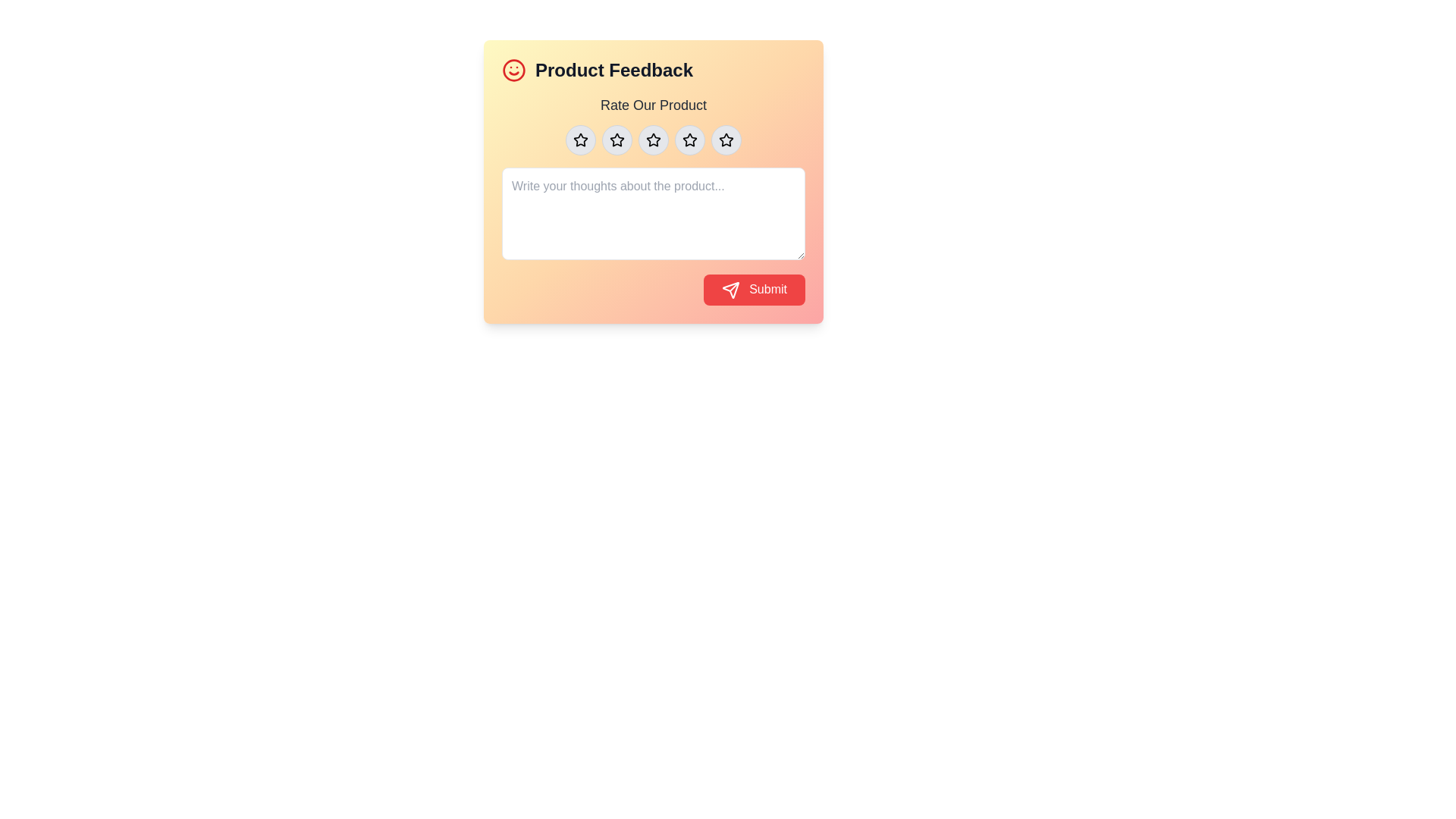 The height and width of the screenshot is (819, 1456). What do you see at coordinates (580, 140) in the screenshot?
I see `the Rating button which is a circular button with a star icon at its center, located below the 'Rate Our Product' label in the feedback panel` at bounding box center [580, 140].